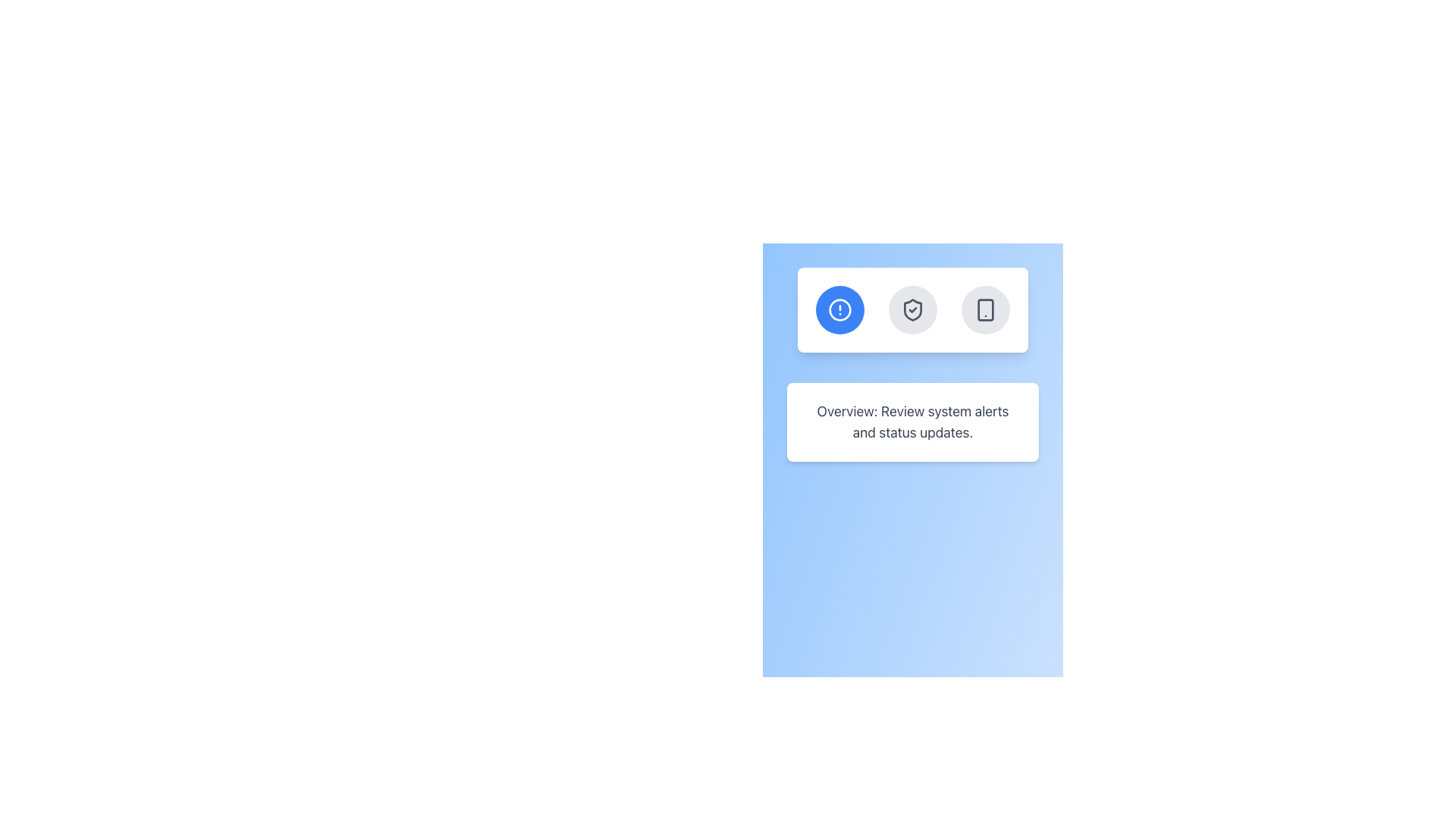 This screenshot has height=819, width=1456. I want to click on the alert or notification indicator icon, which is the first icon in a group of three circular icons located in the top half of the interface, so click(839, 309).